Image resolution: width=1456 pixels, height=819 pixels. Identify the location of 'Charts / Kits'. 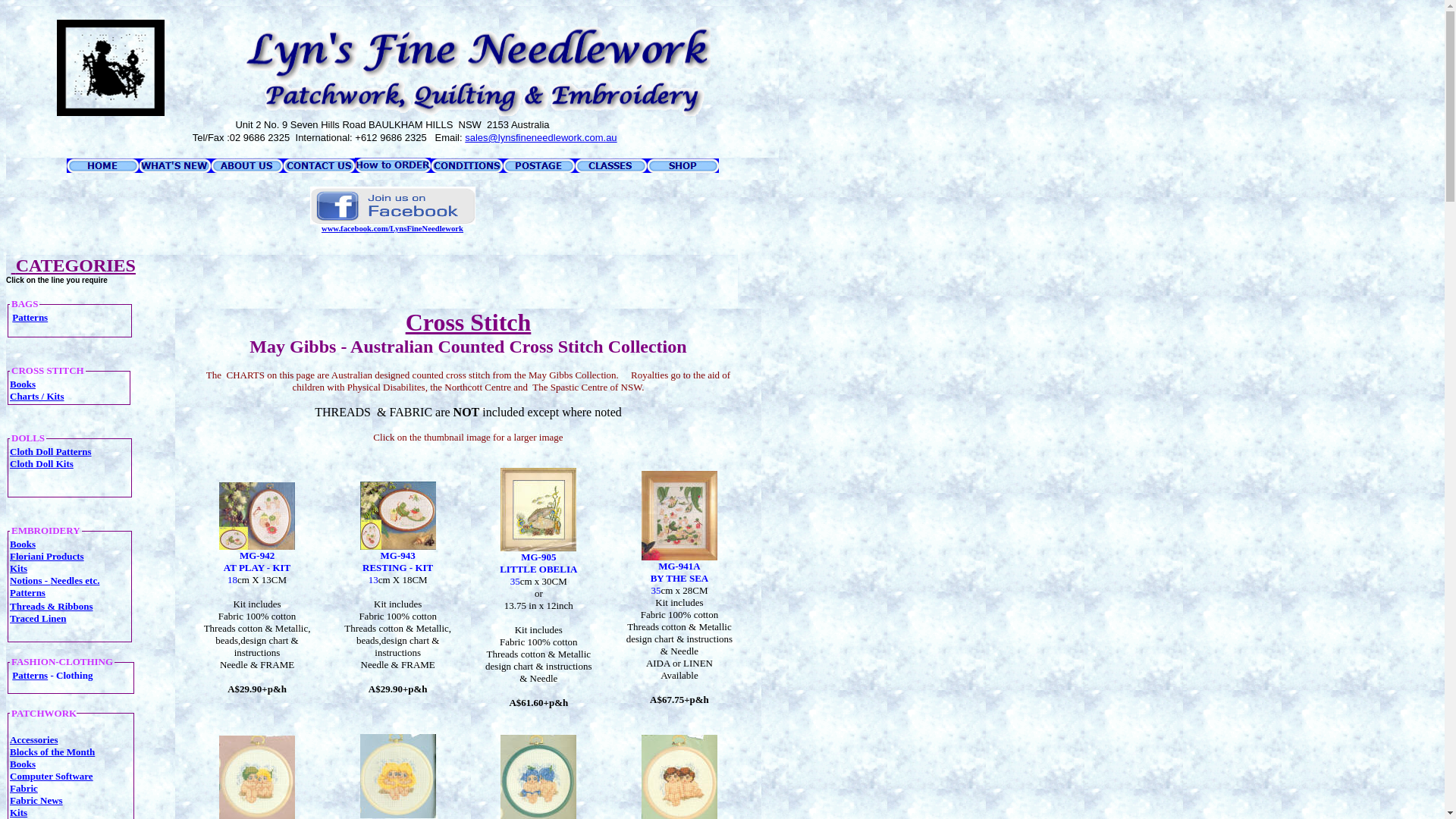
(36, 394).